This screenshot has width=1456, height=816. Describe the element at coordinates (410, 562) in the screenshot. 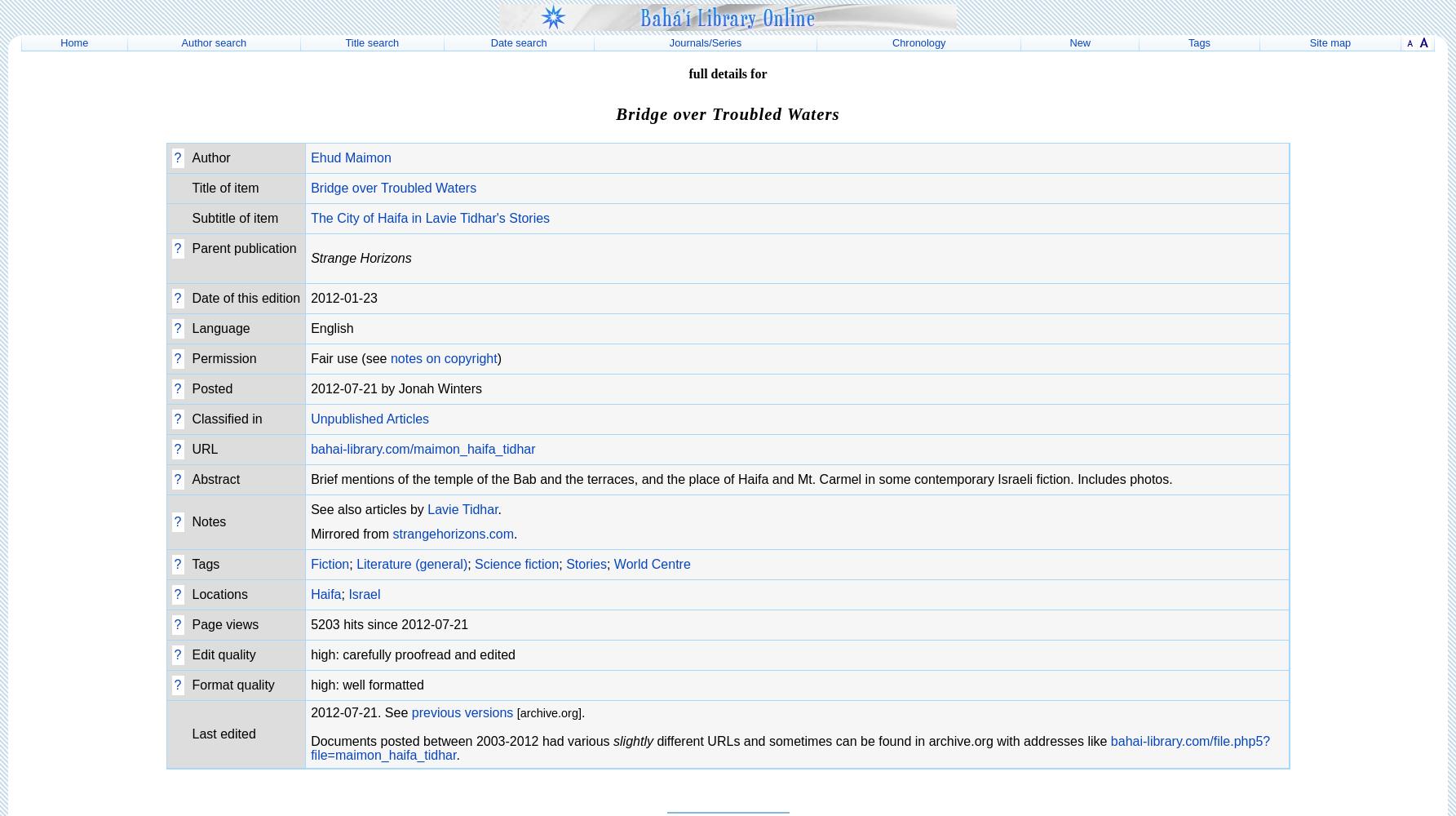

I see `'Literature (general)'` at that location.